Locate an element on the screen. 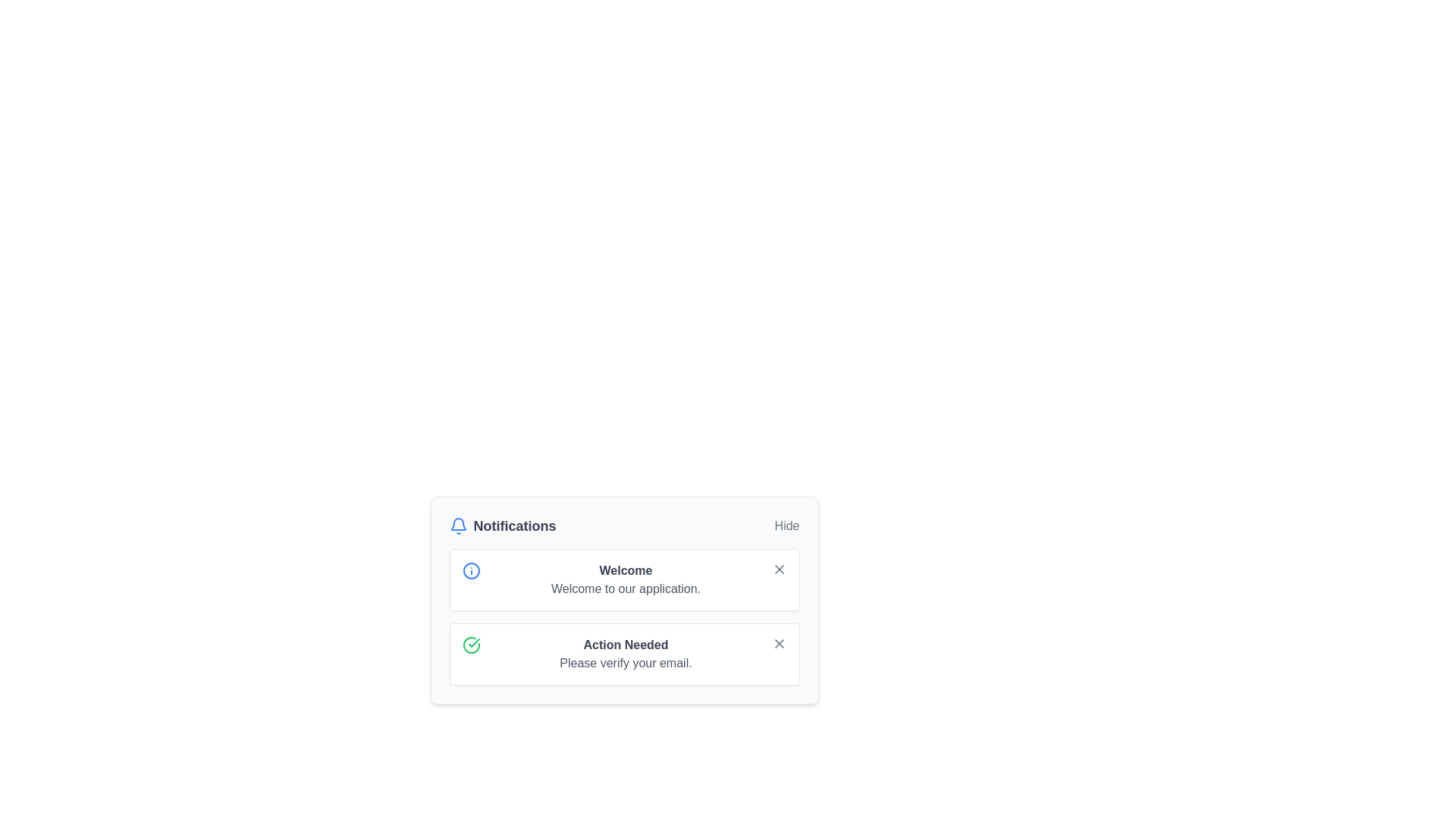 The width and height of the screenshot is (1456, 819). the success indicator icon located in the left section of the 'Action Needed' notification card, next to the notification title and description is located at coordinates (470, 645).